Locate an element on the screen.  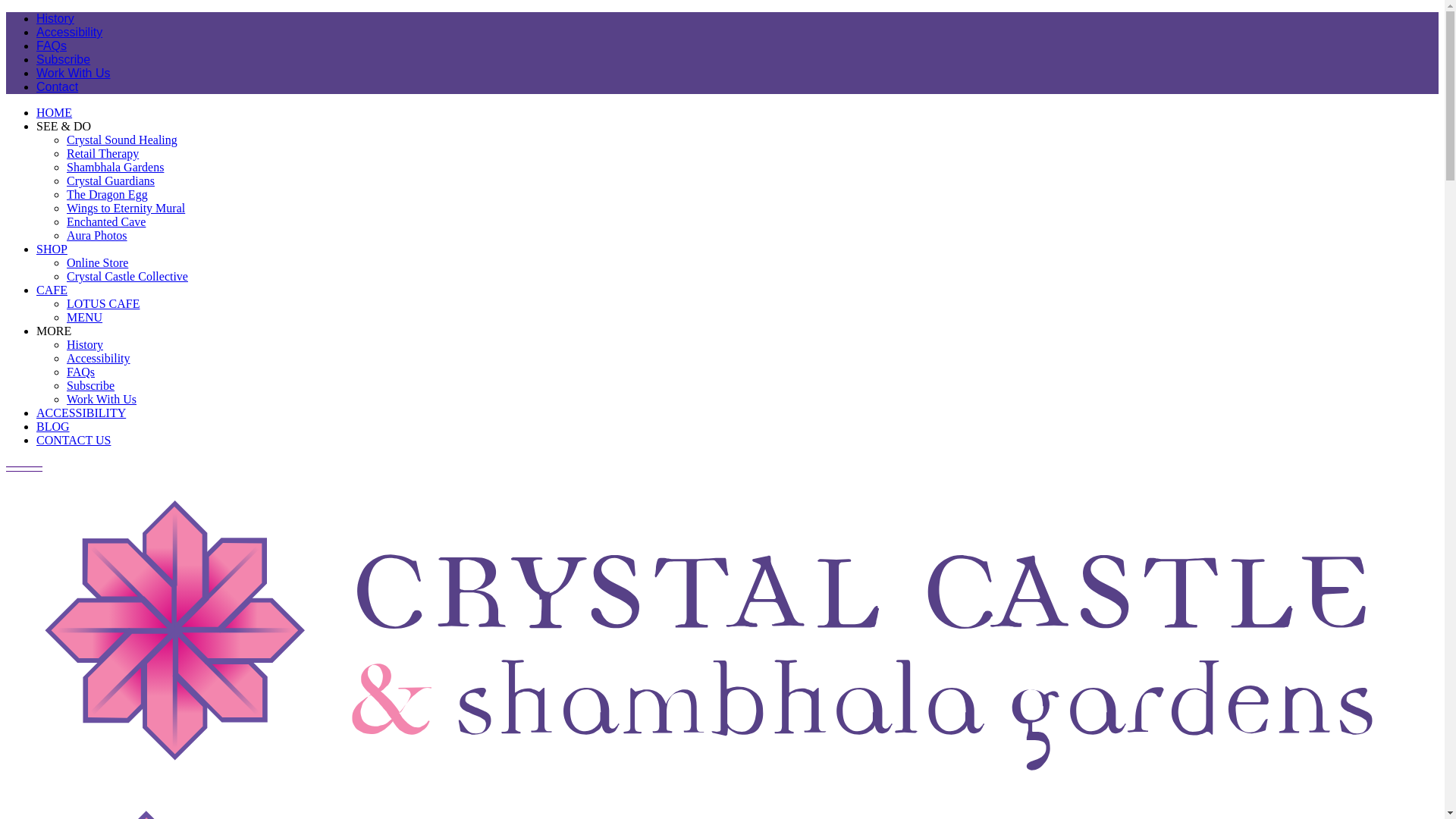
'ACCESSIBILITY' is located at coordinates (80, 413).